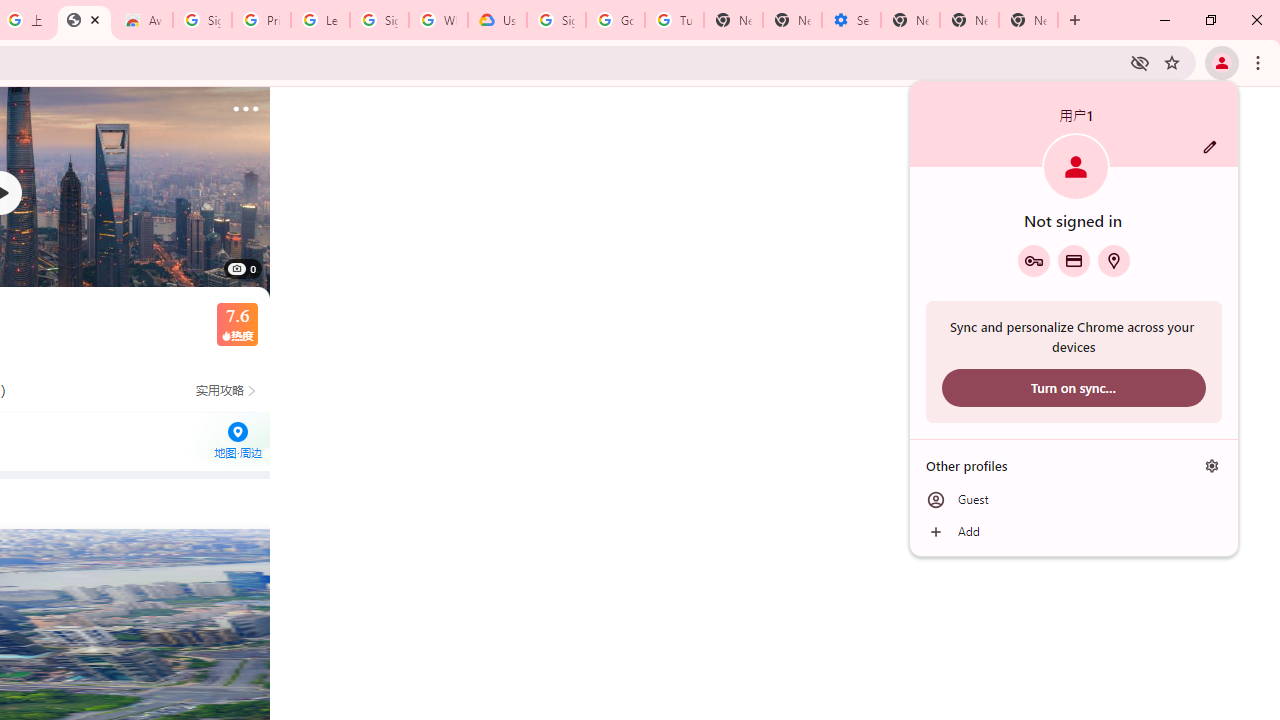 The image size is (1280, 720). Describe the element at coordinates (202, 20) in the screenshot. I see `'Sign in - Google Accounts'` at that location.